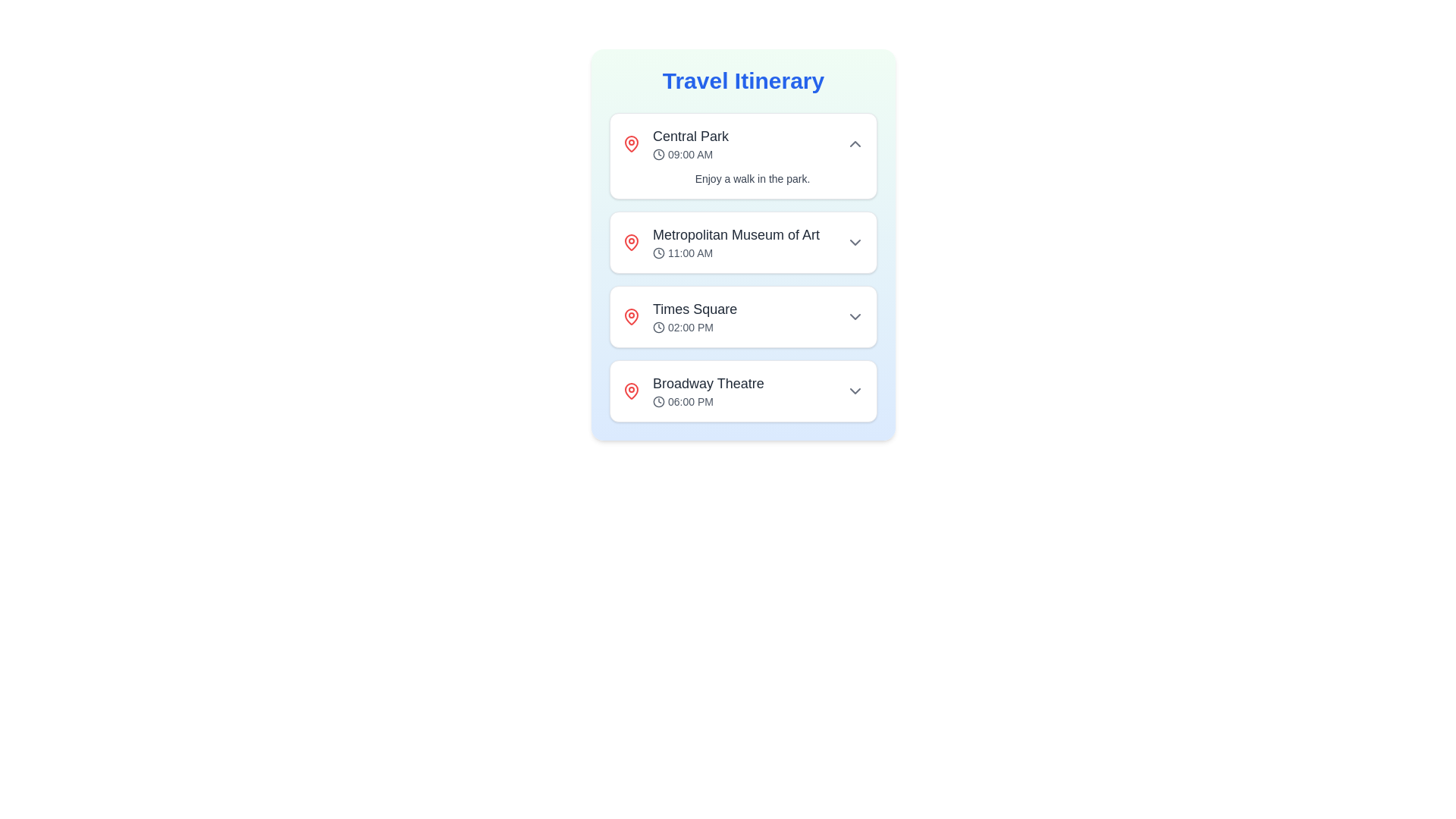  What do you see at coordinates (658, 327) in the screenshot?
I see `the circular clock icon located to the immediate left of the time string '02:00 PM' within the 'Times Square' entry` at bounding box center [658, 327].